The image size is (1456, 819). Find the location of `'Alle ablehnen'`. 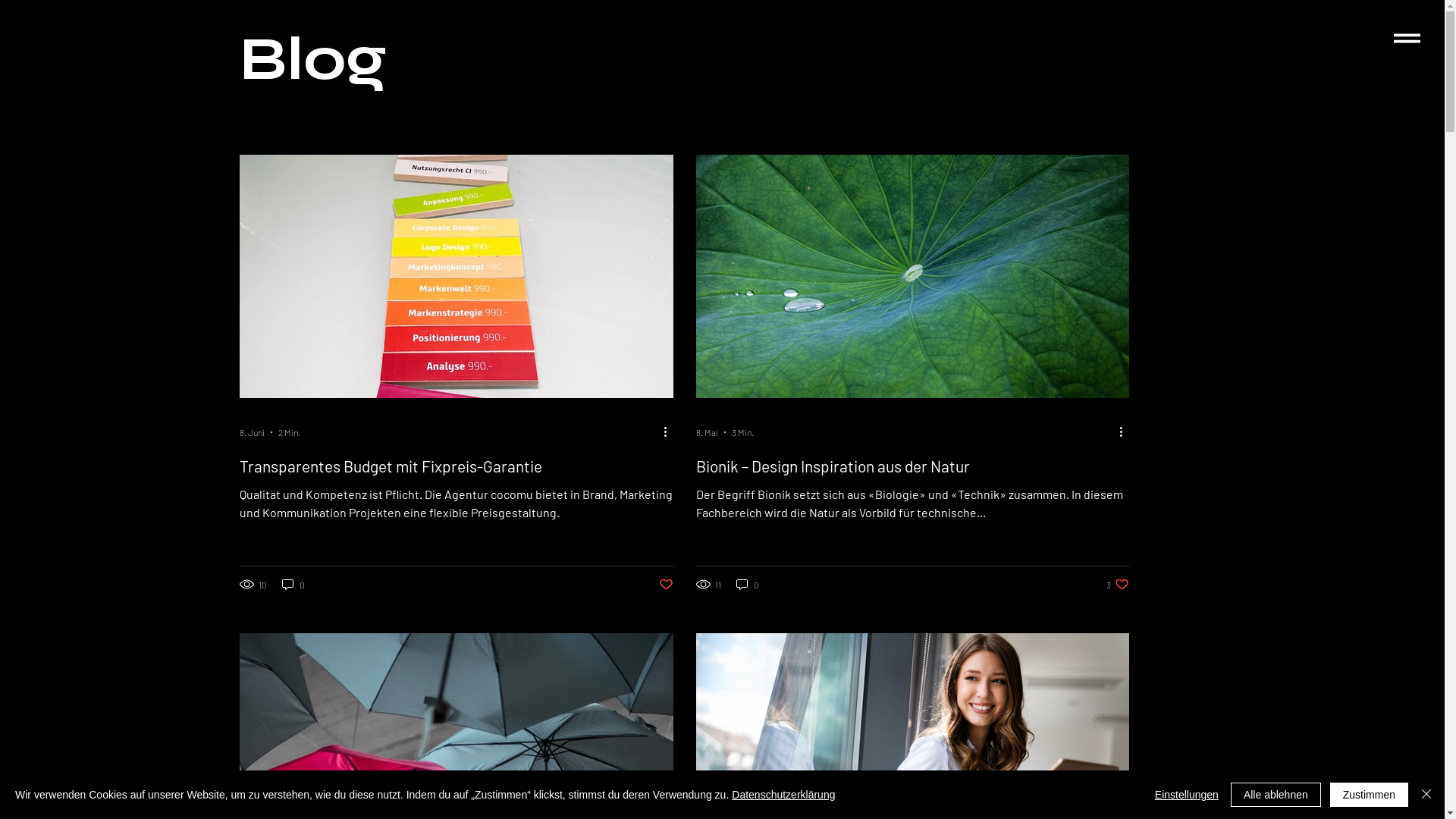

'Alle ablehnen' is located at coordinates (1275, 794).